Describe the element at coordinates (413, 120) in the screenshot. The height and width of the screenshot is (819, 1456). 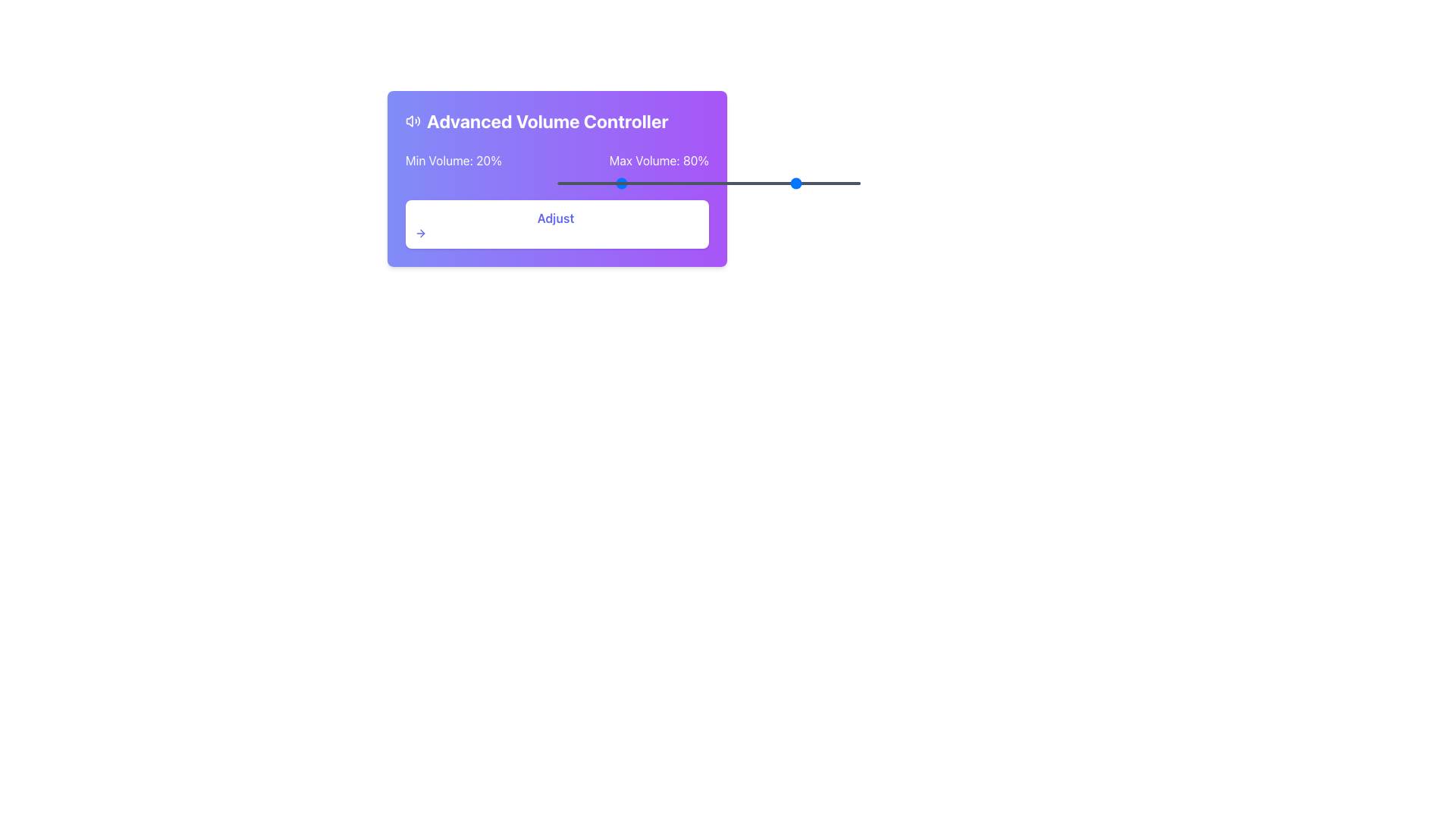
I see `the decorative audio icon located at the leftmost side of the 'Advanced Volume Controller' header` at that location.